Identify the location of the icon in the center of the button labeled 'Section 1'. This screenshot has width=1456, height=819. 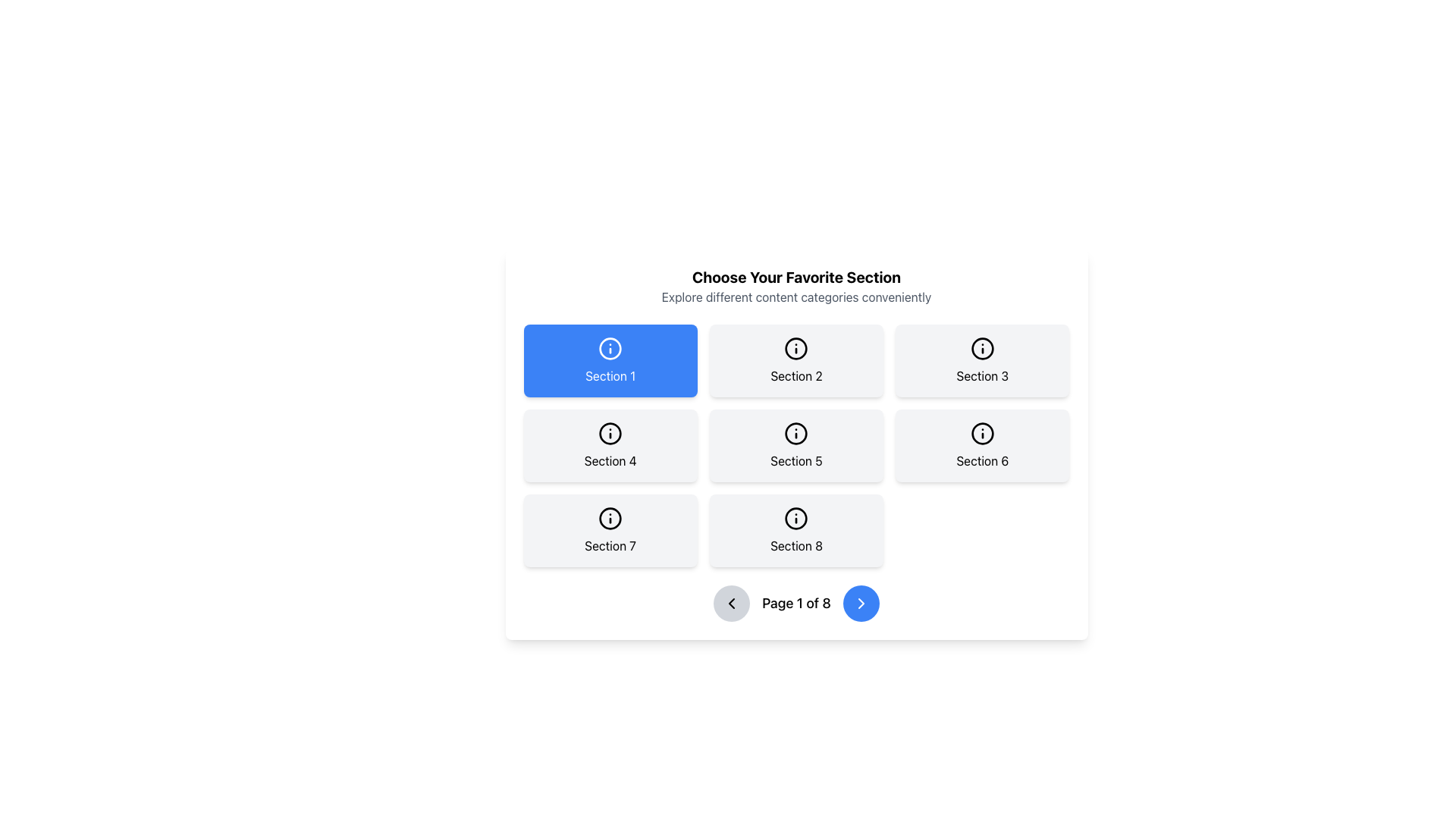
(610, 348).